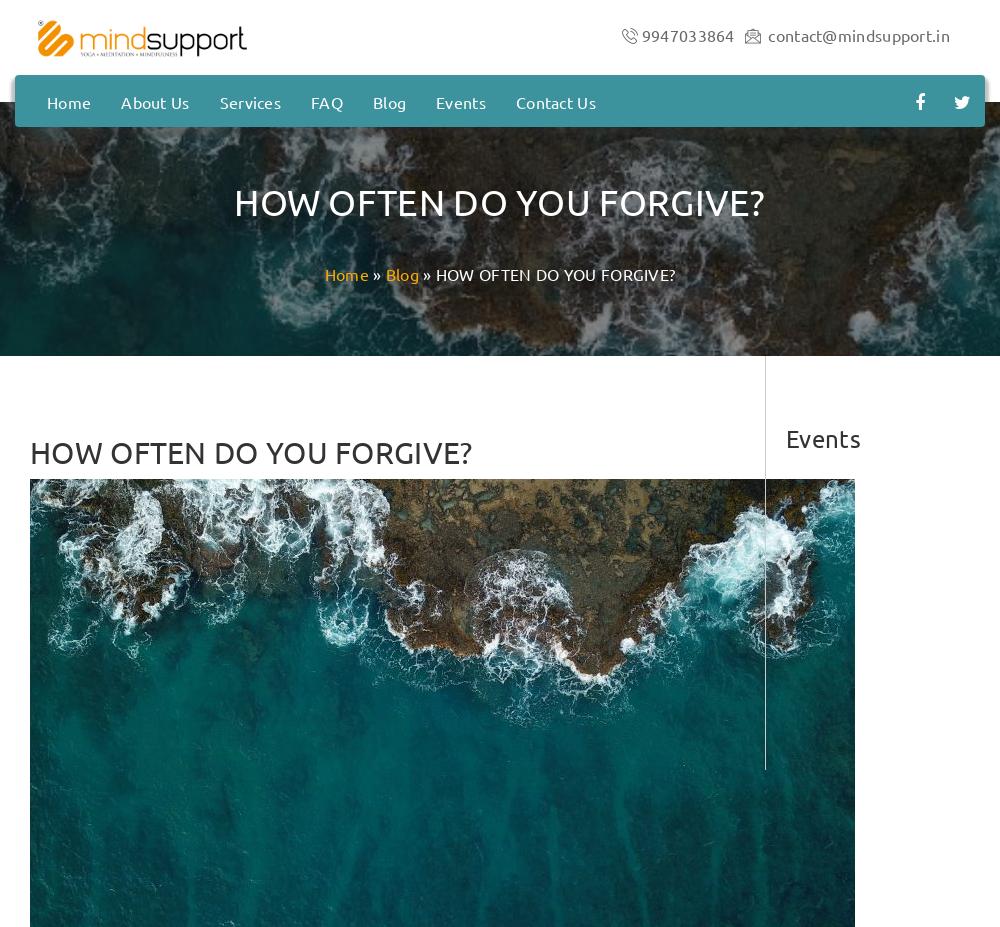 The height and width of the screenshot is (927, 1000). What do you see at coordinates (555, 100) in the screenshot?
I see `'Contact Us'` at bounding box center [555, 100].